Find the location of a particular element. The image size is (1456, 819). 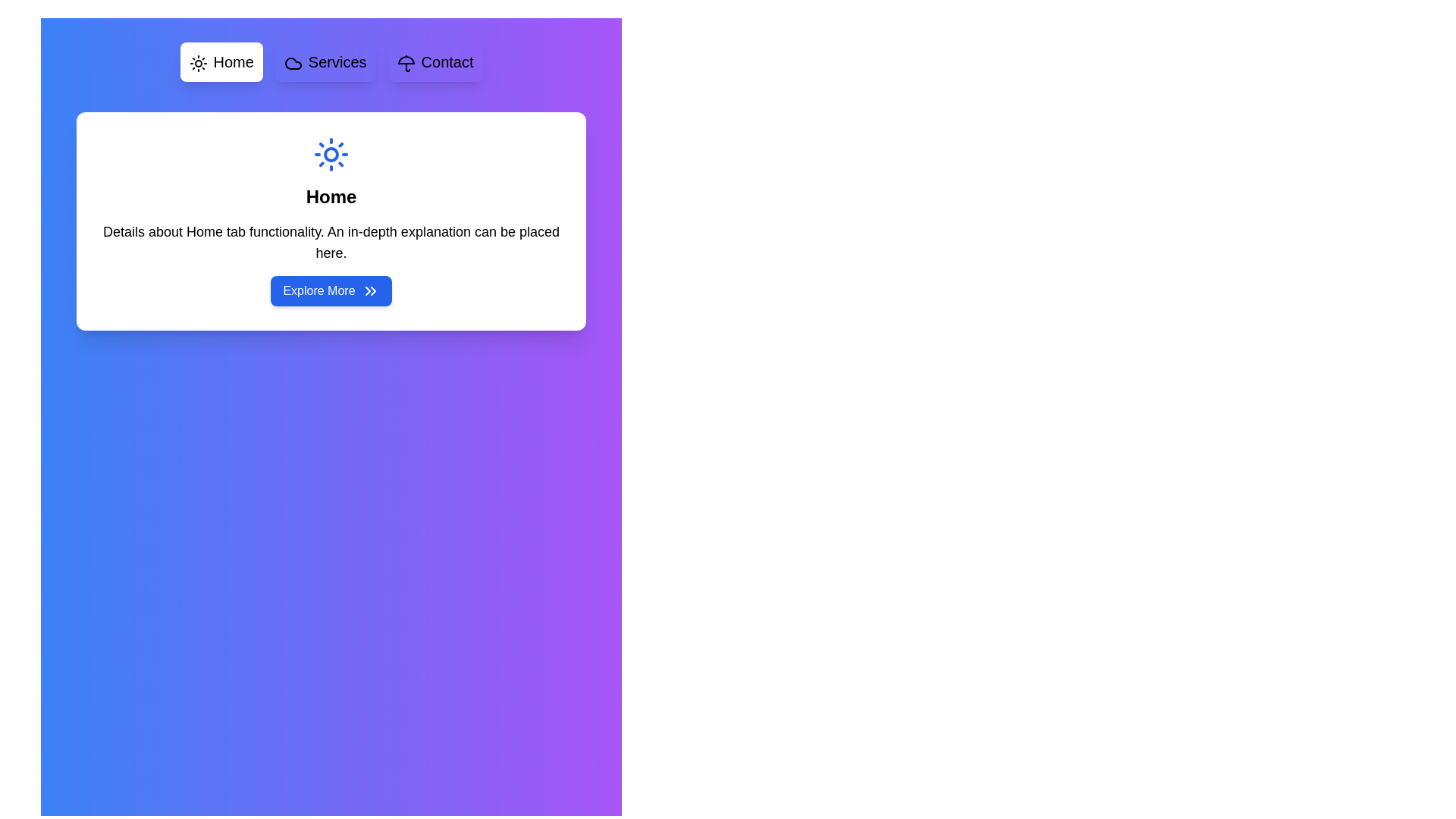

the small circular shape at the center of the sun graphic, which is the innermost circular feature surrounded by rays is located at coordinates (330, 155).